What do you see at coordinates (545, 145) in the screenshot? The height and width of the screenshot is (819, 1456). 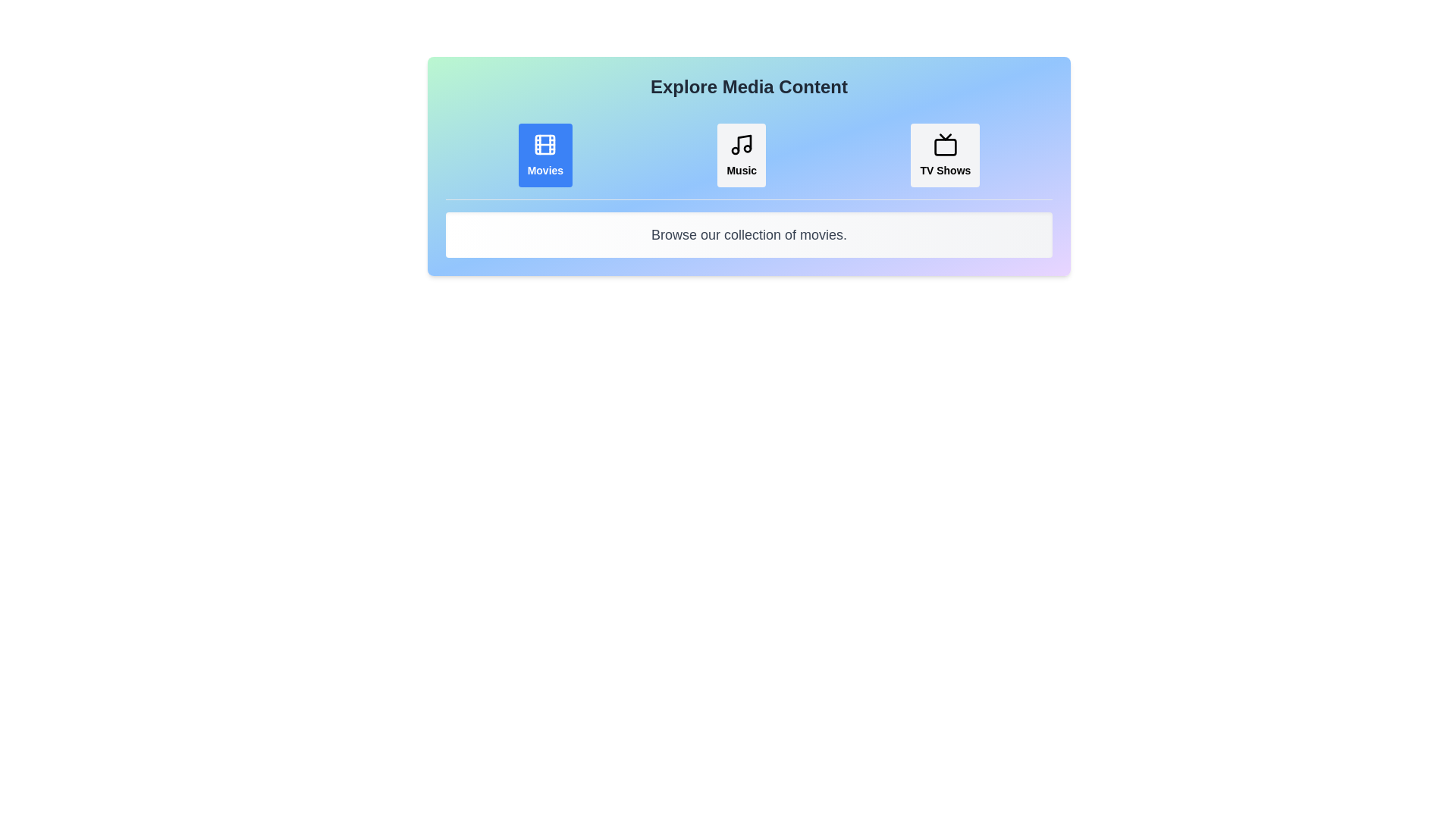 I see `the decorative SVG rectangle that is part of the 'Movies' icon, which is the first icon in a horizontal row at the top of the interface` at bounding box center [545, 145].